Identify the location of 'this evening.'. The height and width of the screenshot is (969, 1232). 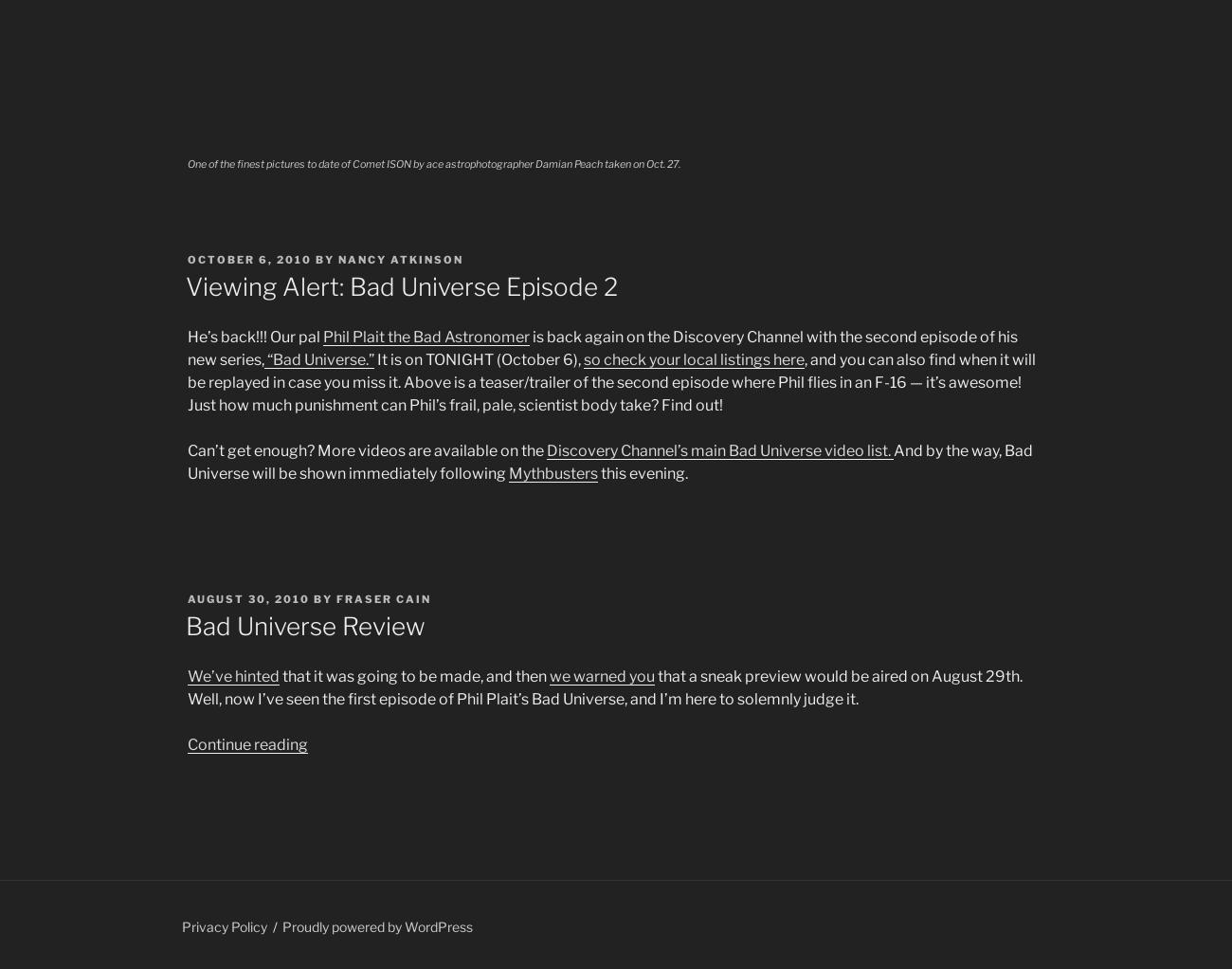
(642, 472).